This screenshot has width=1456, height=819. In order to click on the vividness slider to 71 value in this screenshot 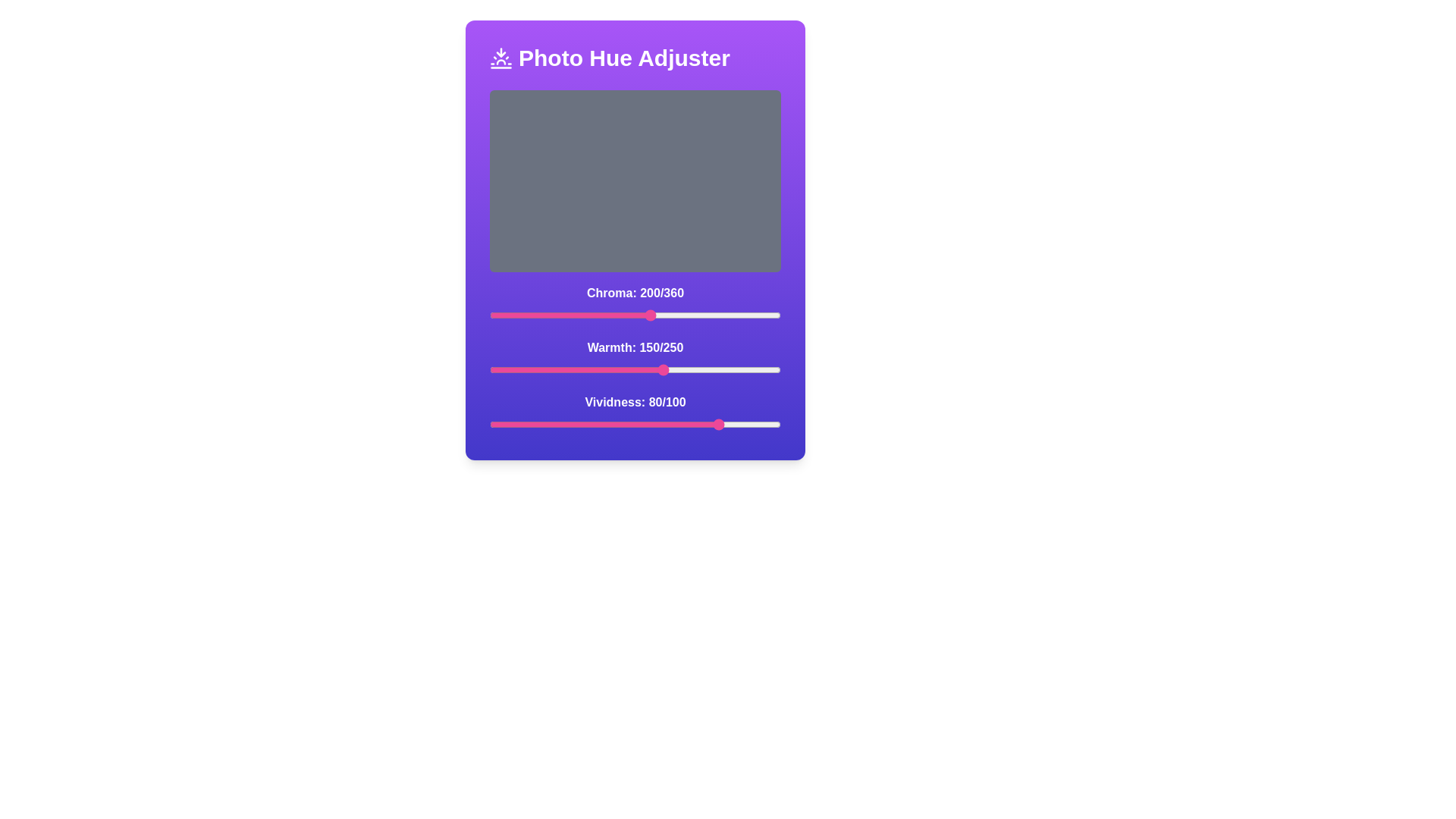, I will do `click(695, 424)`.